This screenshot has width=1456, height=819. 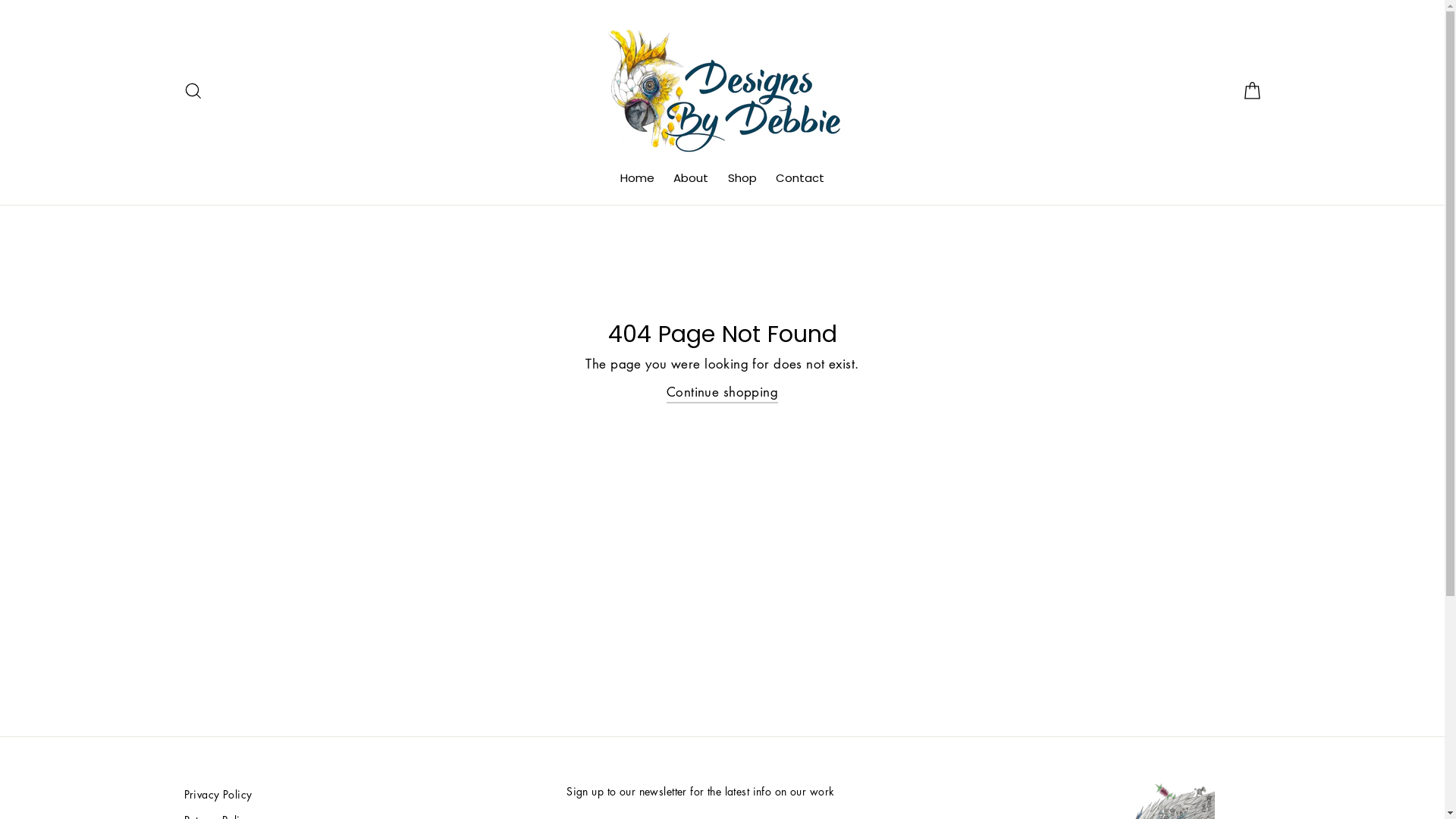 What do you see at coordinates (690, 177) in the screenshot?
I see `'About'` at bounding box center [690, 177].